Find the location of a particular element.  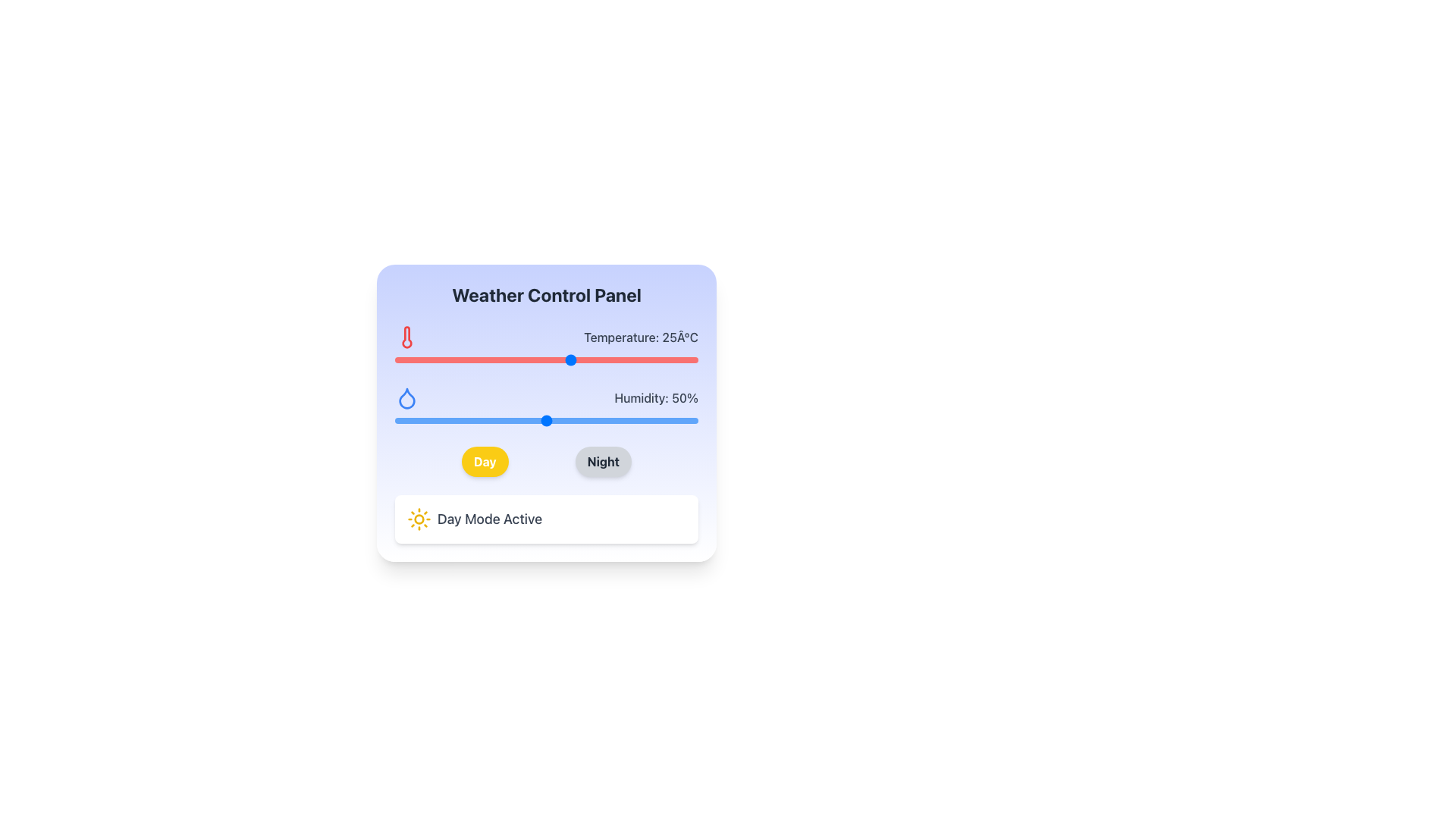

the temperature is located at coordinates (612, 359).